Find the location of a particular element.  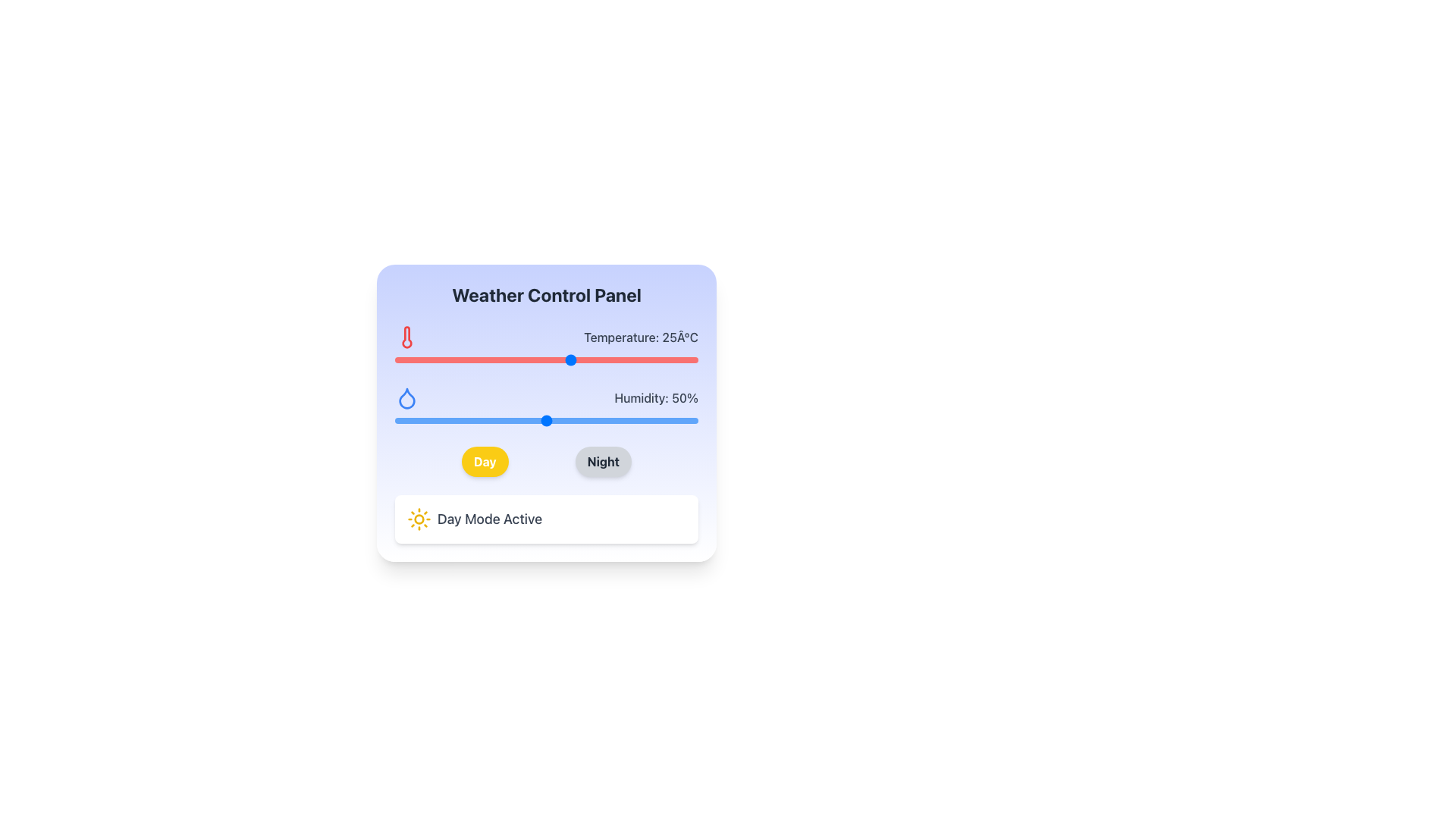

the temperature is located at coordinates (612, 359).